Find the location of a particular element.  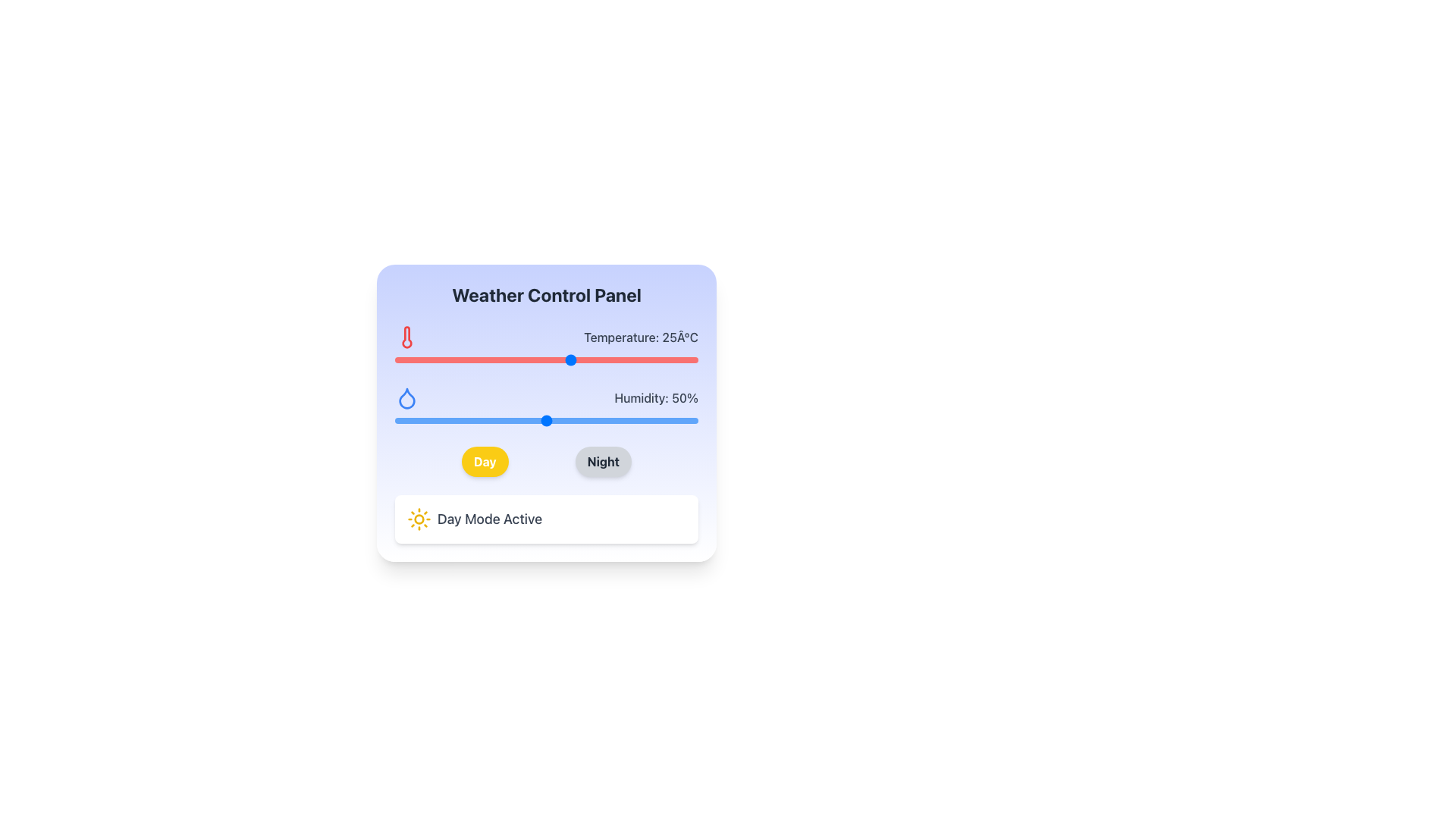

the temperature is located at coordinates (612, 359).